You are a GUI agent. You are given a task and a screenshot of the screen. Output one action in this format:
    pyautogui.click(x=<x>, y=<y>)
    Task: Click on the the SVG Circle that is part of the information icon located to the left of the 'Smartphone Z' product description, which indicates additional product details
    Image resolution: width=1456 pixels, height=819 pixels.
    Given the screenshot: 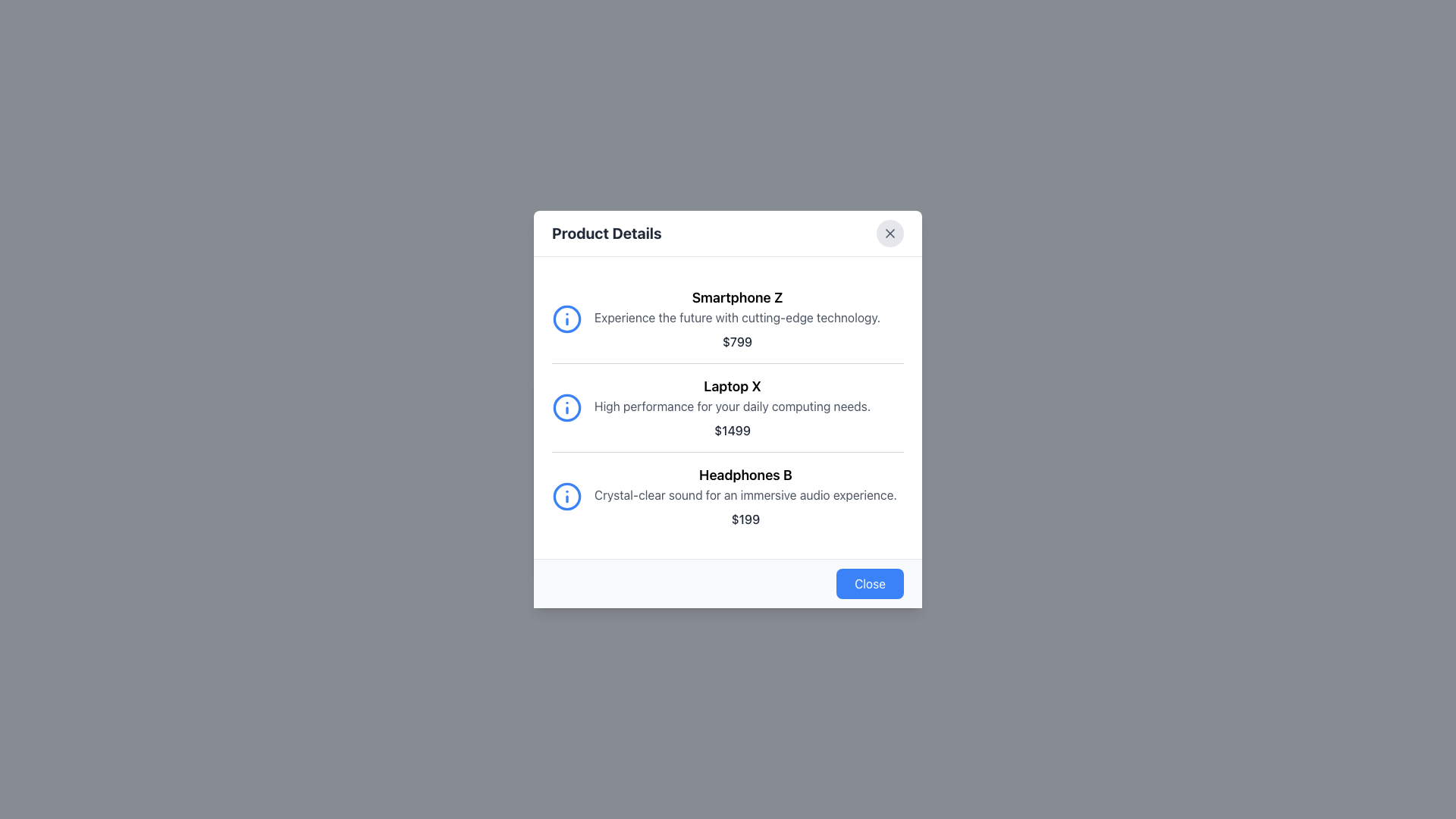 What is the action you would take?
    pyautogui.click(x=566, y=318)
    